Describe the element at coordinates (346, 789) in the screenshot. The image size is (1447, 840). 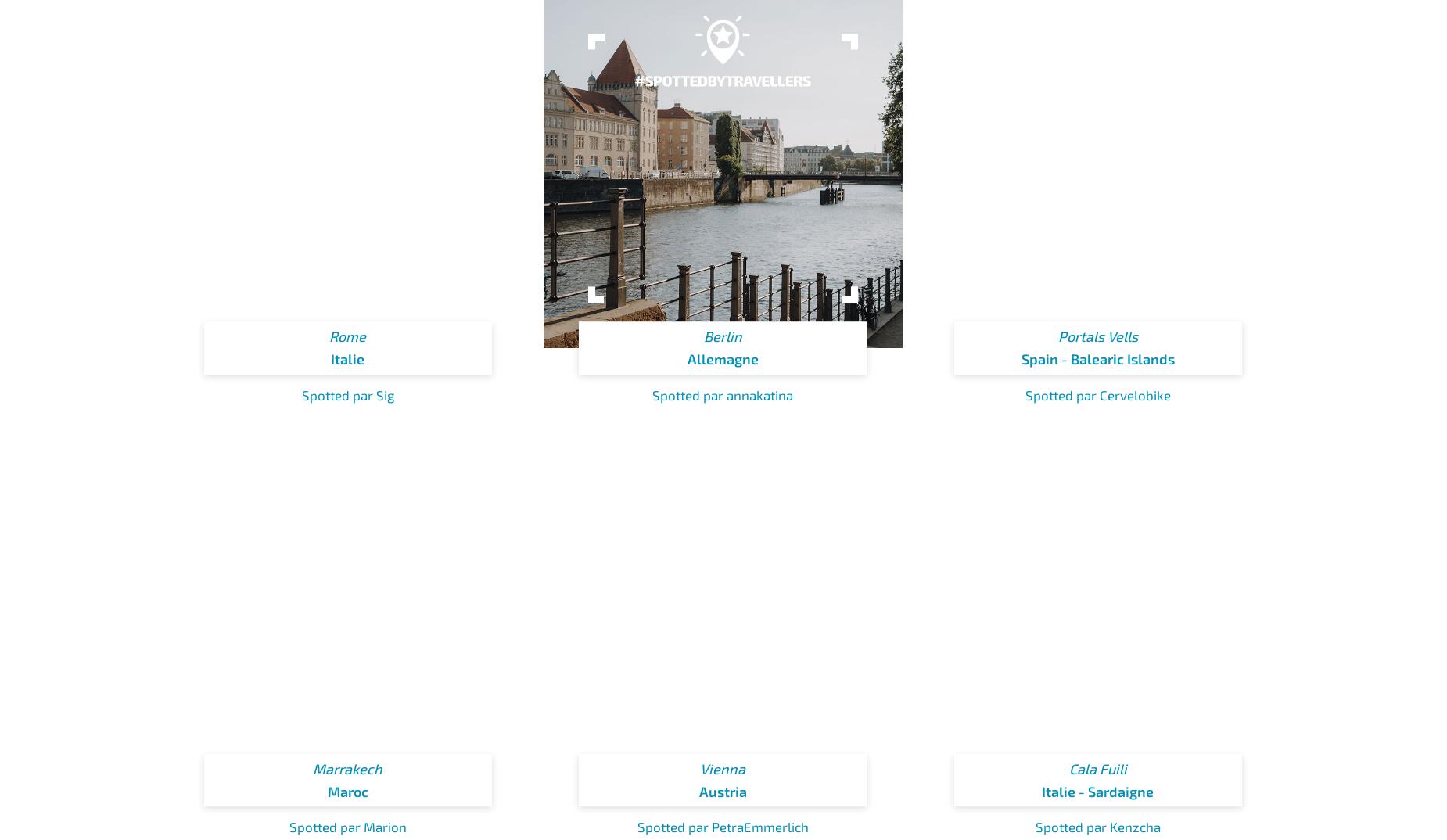
I see `'Maroc'` at that location.